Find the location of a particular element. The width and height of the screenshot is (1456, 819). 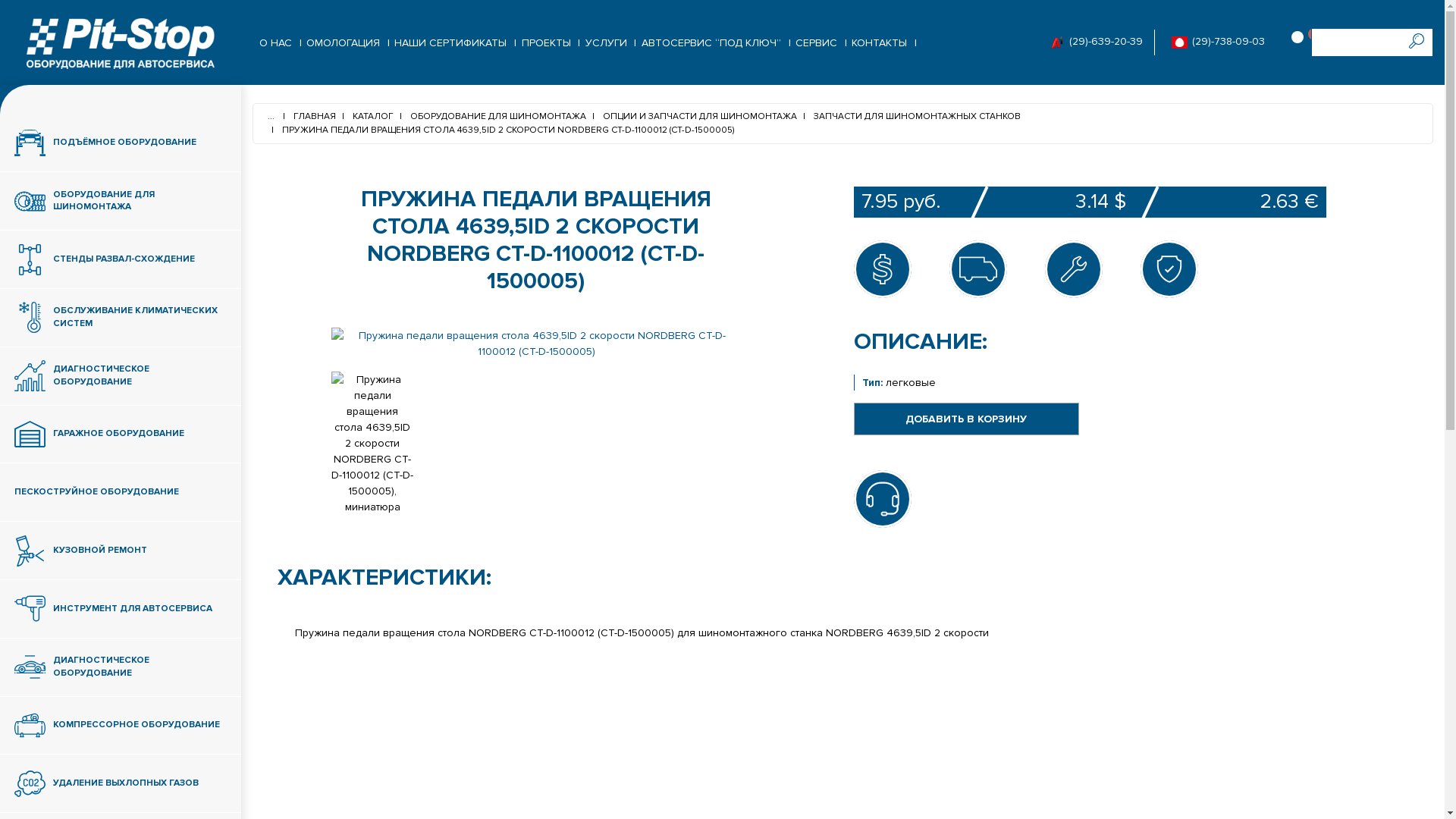

'(29)-639-20-39' is located at coordinates (1104, 41).